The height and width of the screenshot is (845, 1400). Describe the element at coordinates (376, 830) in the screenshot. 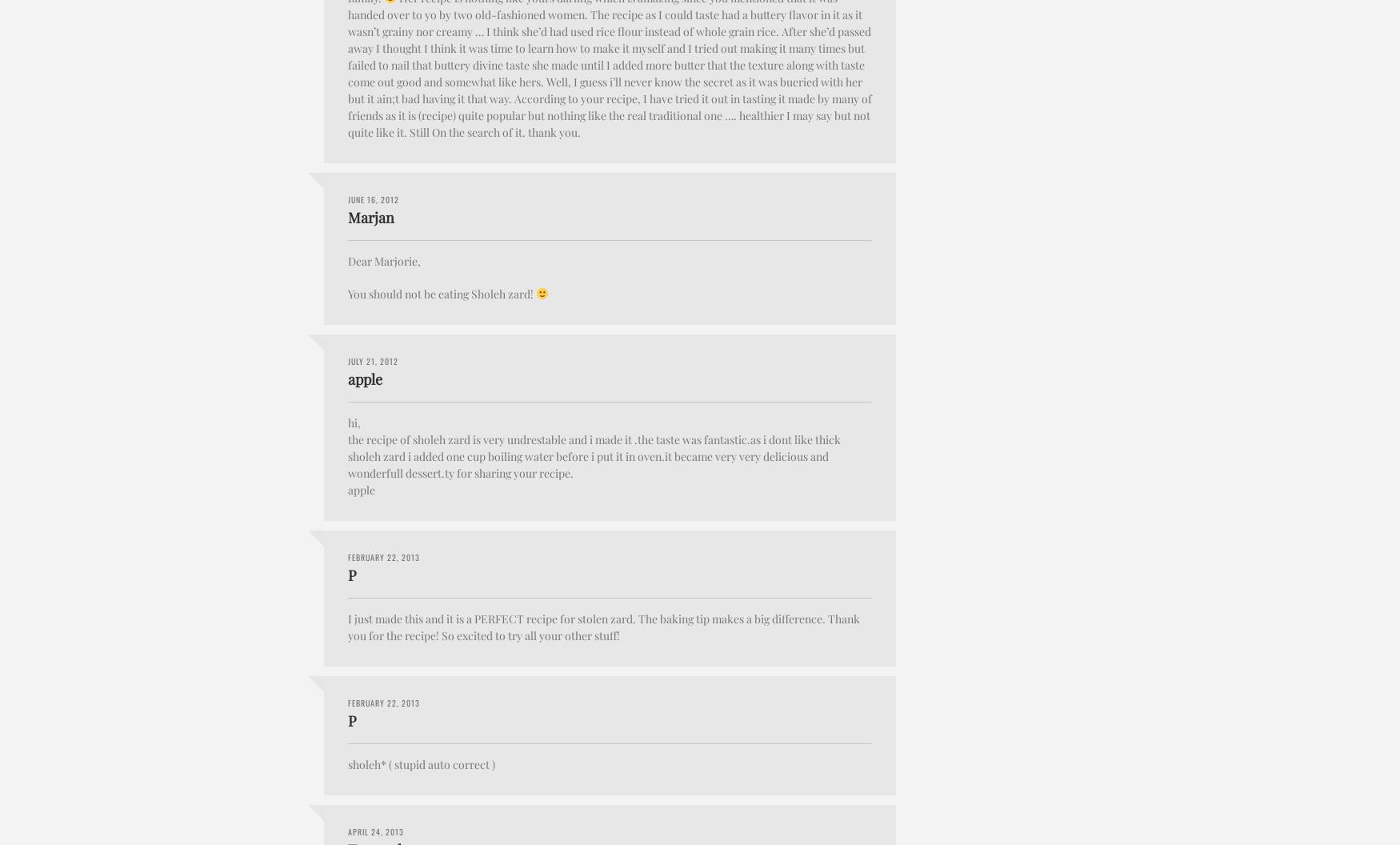

I see `'April 24, 2013'` at that location.